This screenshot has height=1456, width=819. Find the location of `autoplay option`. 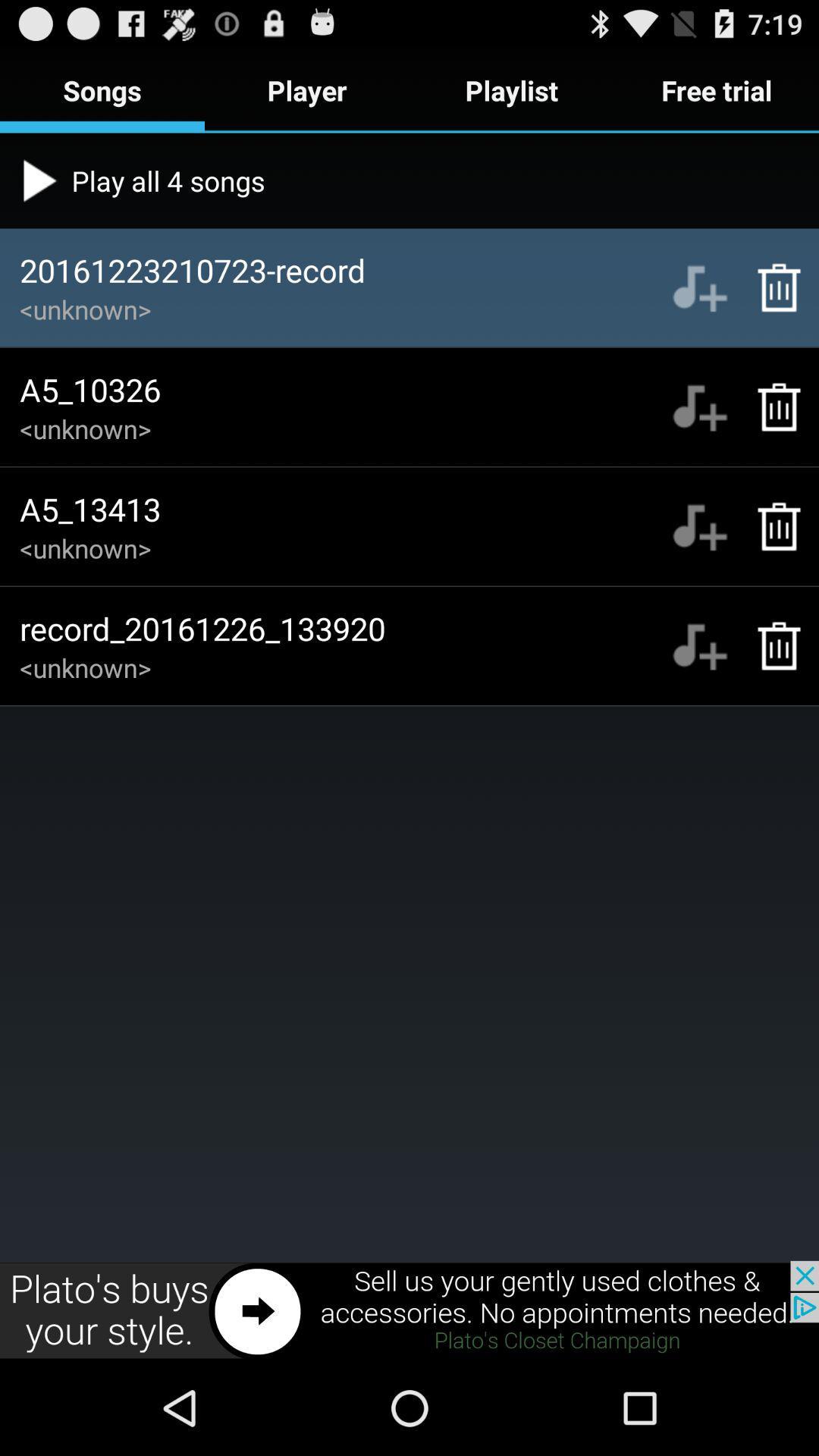

autoplay option is located at coordinates (699, 407).